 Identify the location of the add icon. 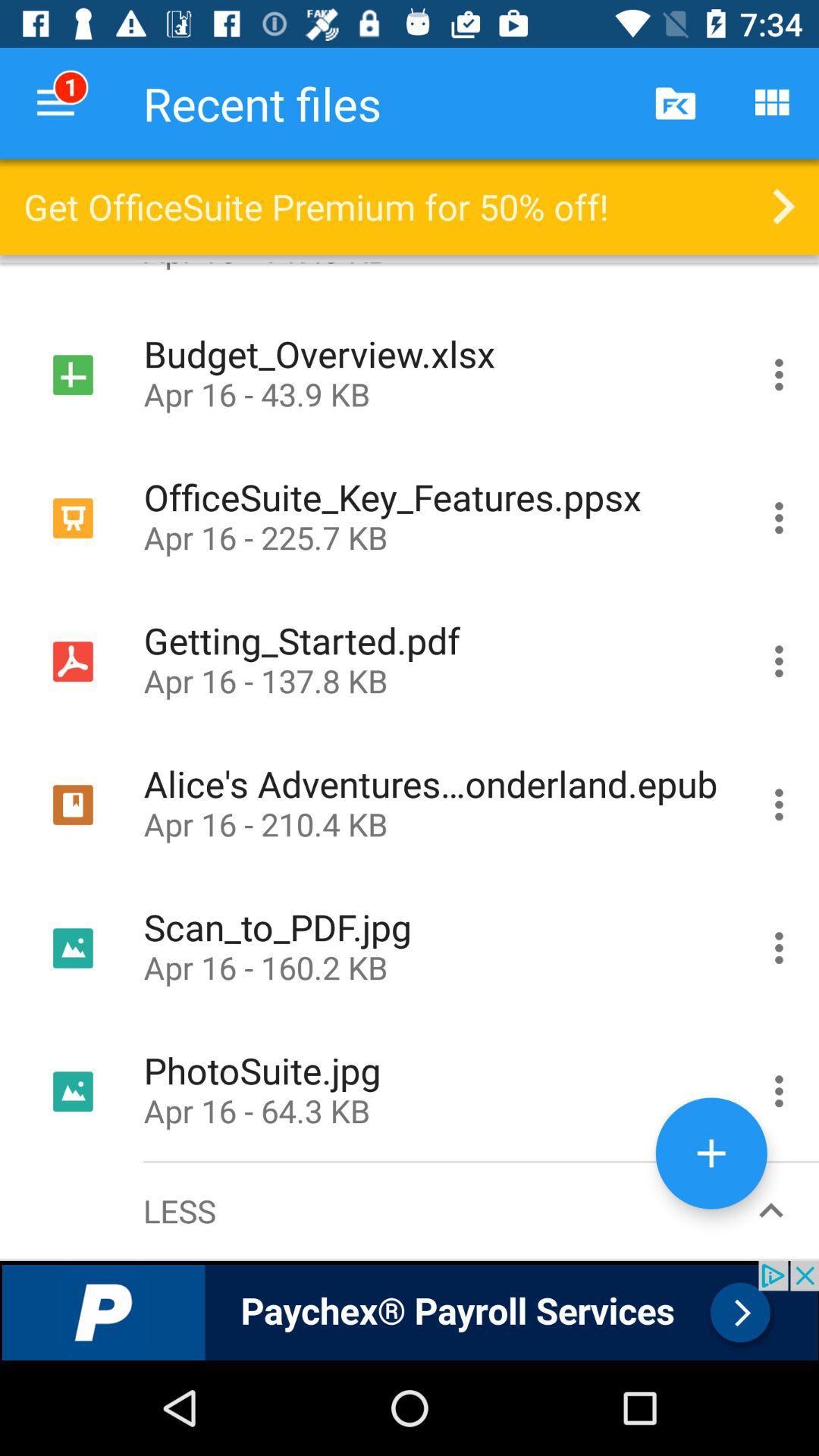
(711, 1153).